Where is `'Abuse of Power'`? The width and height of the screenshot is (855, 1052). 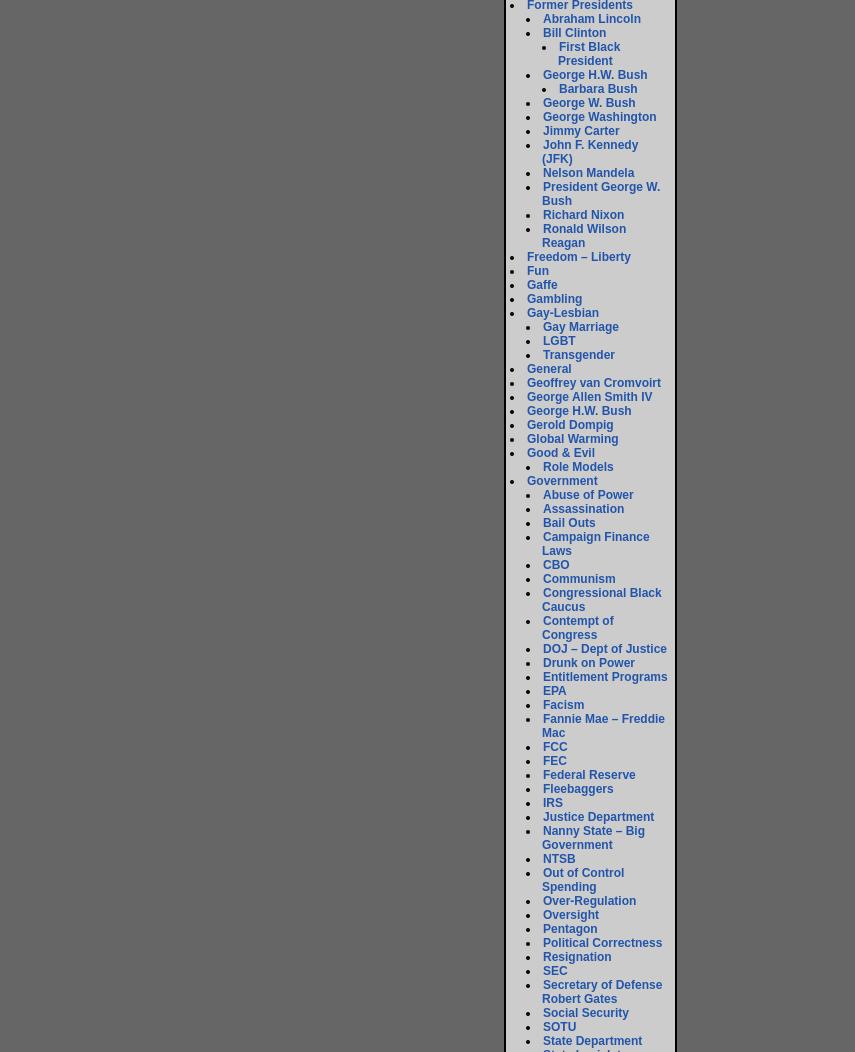
'Abuse of Power' is located at coordinates (586, 493).